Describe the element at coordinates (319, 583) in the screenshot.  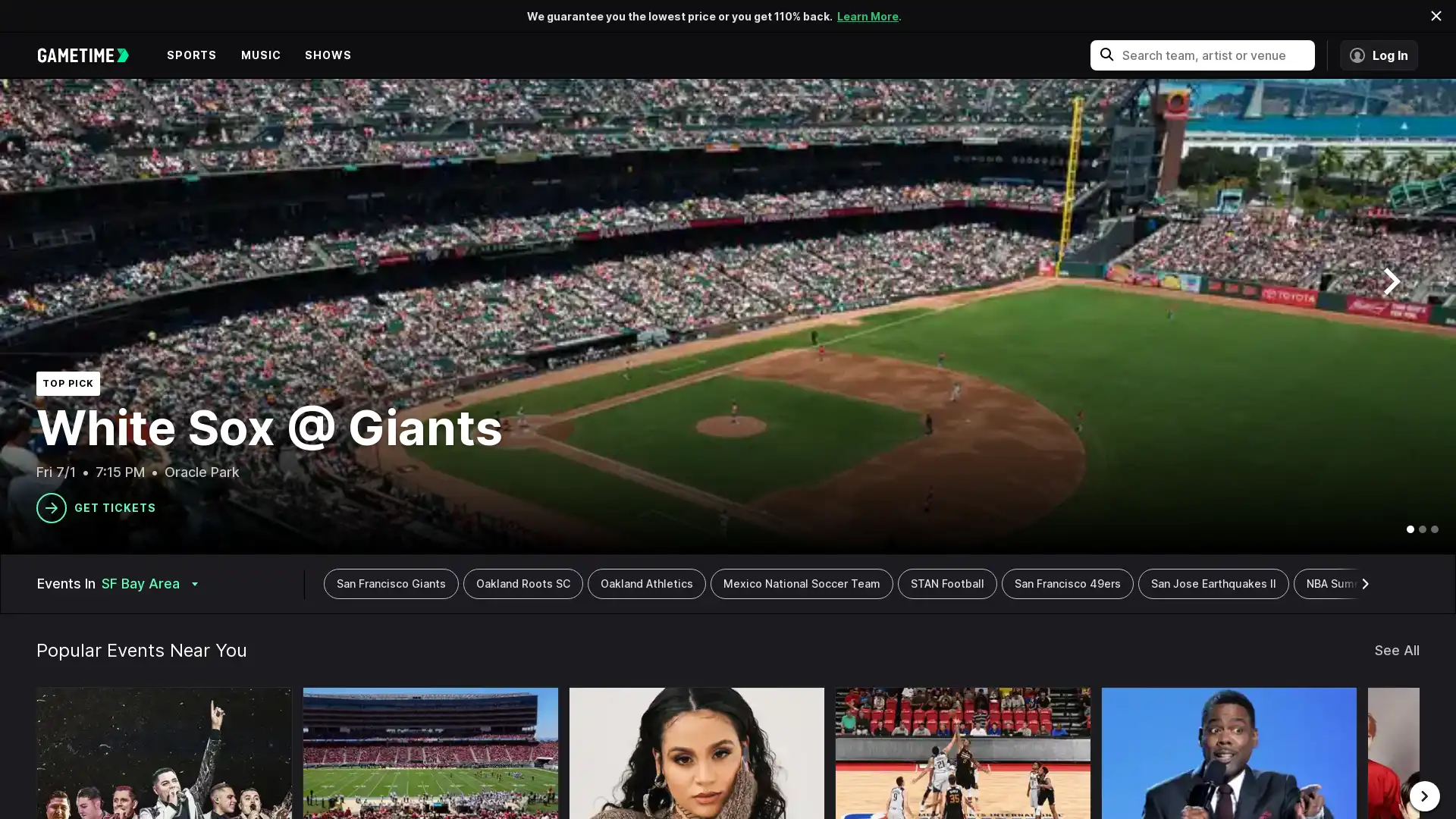
I see `Show more` at that location.